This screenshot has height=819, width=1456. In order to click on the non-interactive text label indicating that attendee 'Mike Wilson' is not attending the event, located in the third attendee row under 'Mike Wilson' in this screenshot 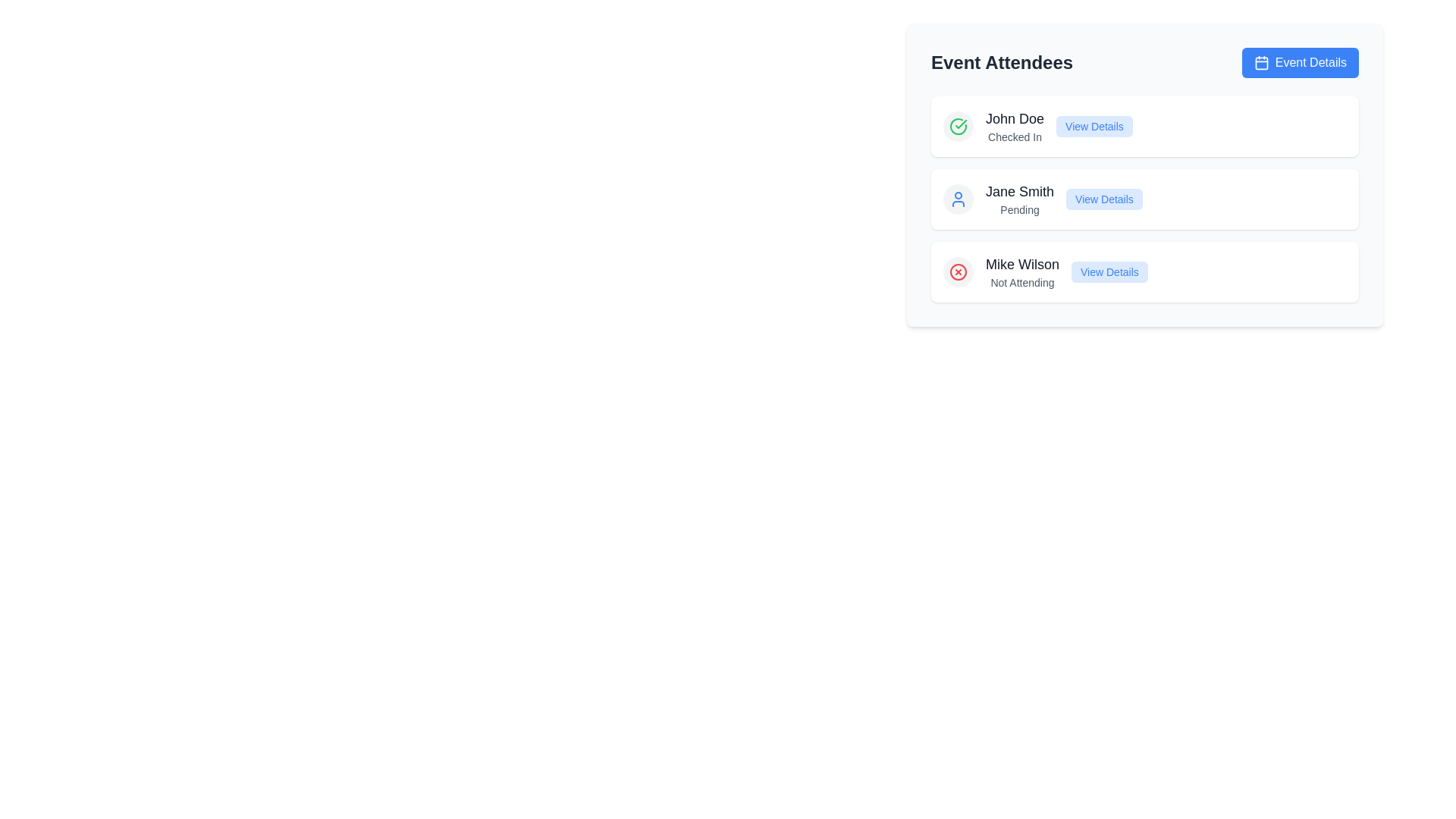, I will do `click(1022, 283)`.